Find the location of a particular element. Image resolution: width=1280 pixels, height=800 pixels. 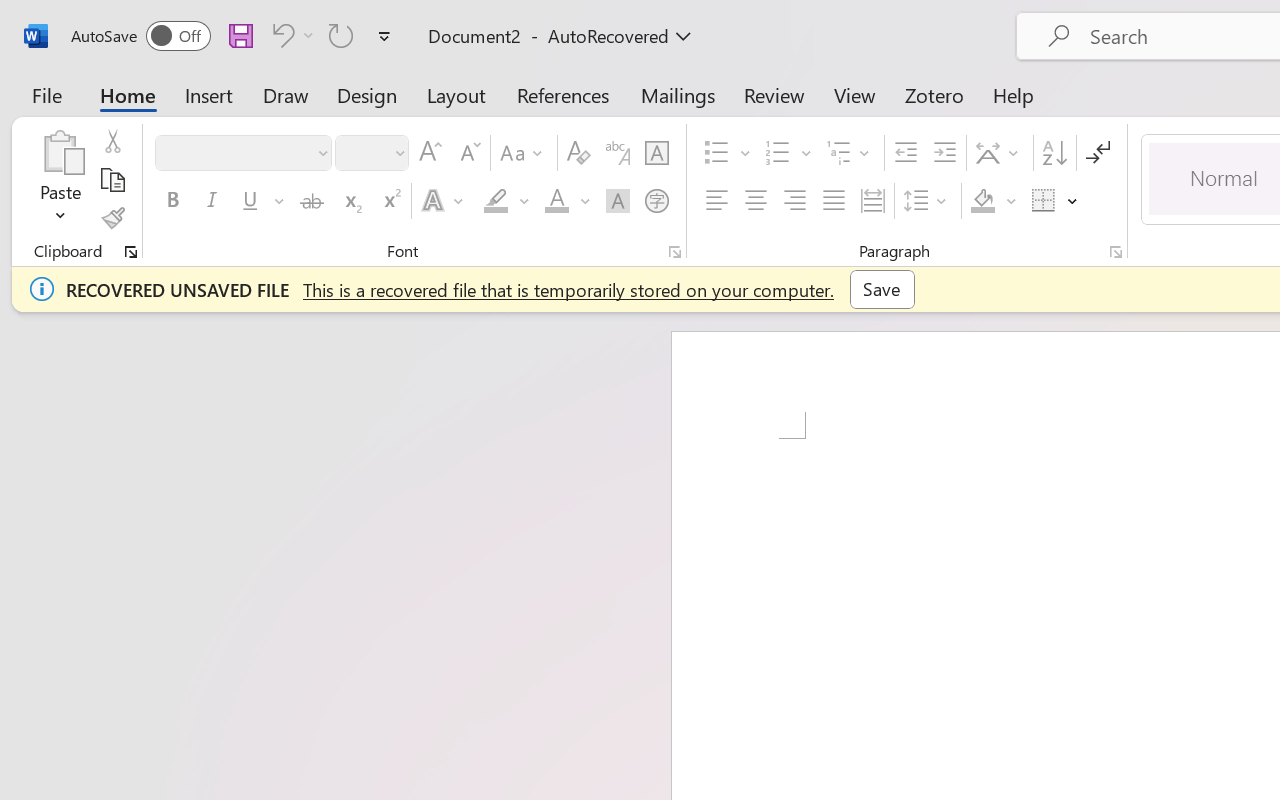

'Character Border' is located at coordinates (656, 153).